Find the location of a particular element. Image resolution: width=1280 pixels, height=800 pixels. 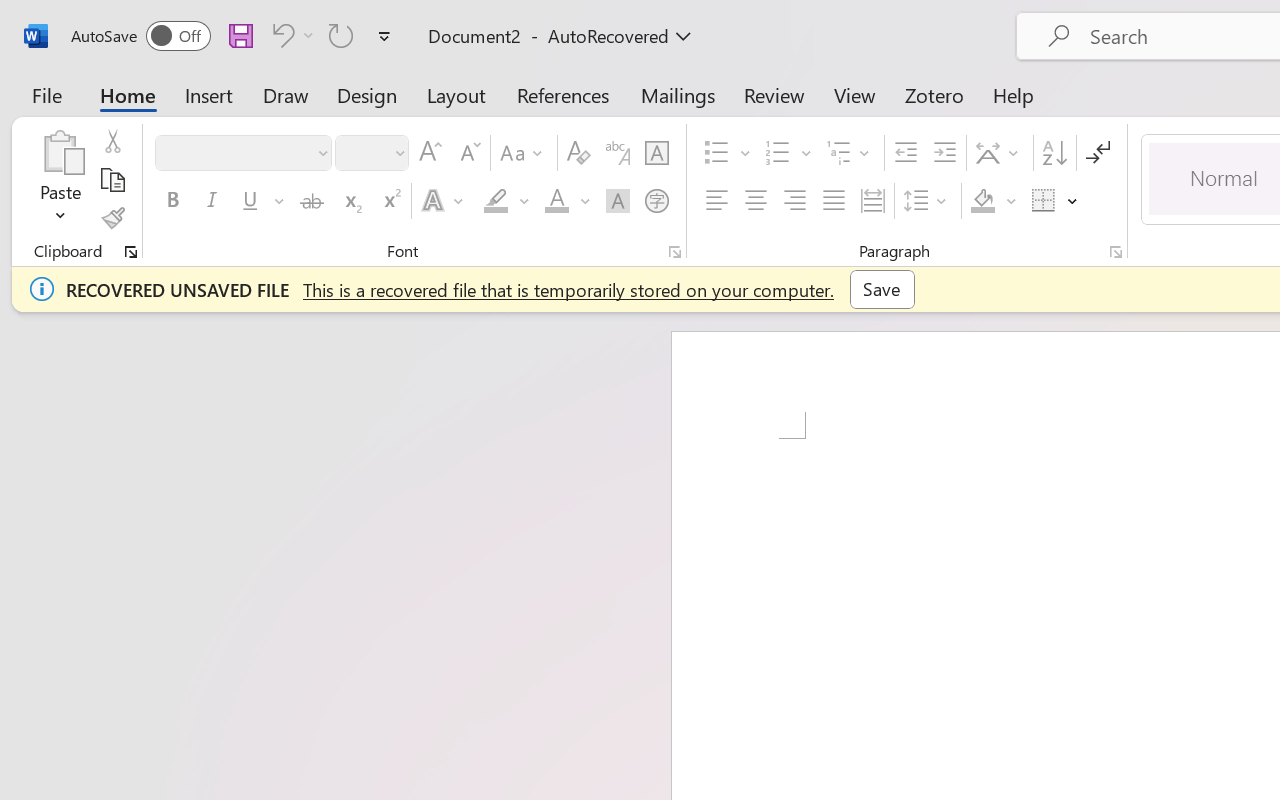

'Character Border' is located at coordinates (656, 153).